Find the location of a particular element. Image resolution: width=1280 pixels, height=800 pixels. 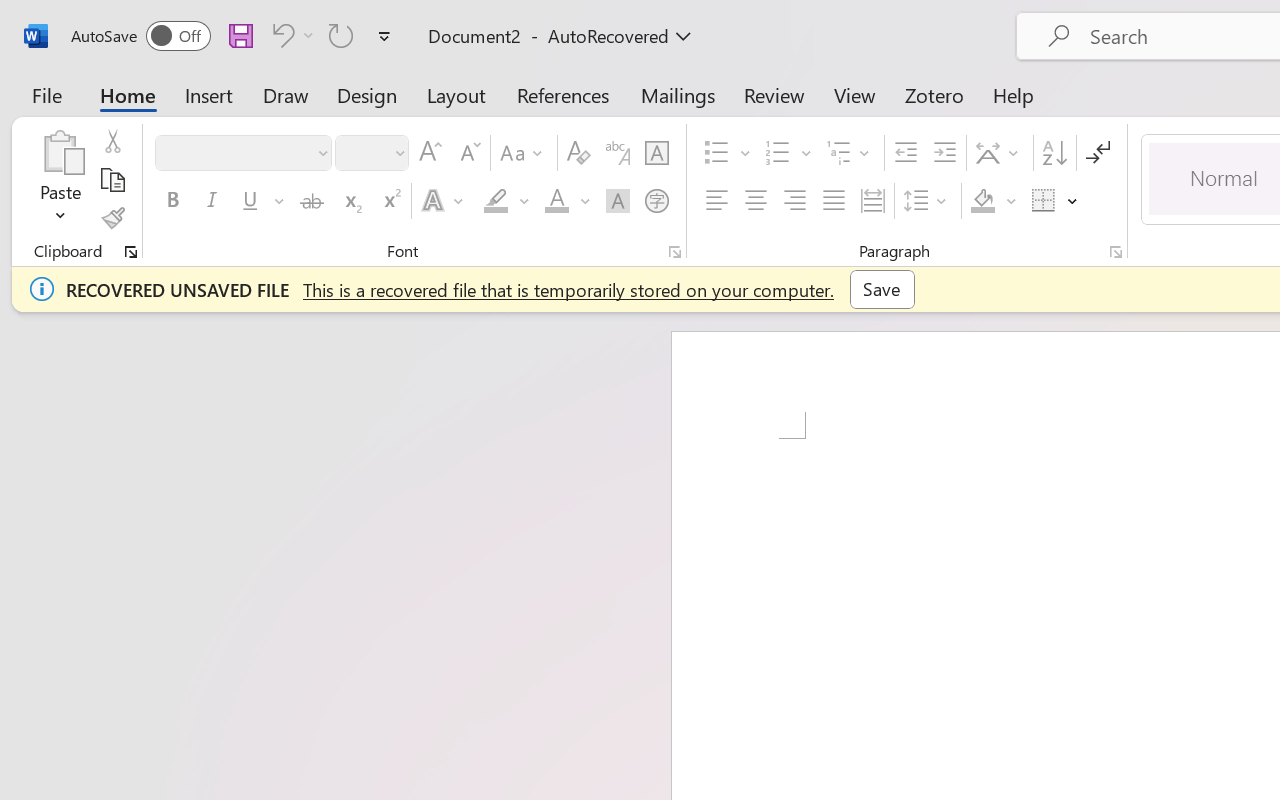

'Character Border' is located at coordinates (656, 153).